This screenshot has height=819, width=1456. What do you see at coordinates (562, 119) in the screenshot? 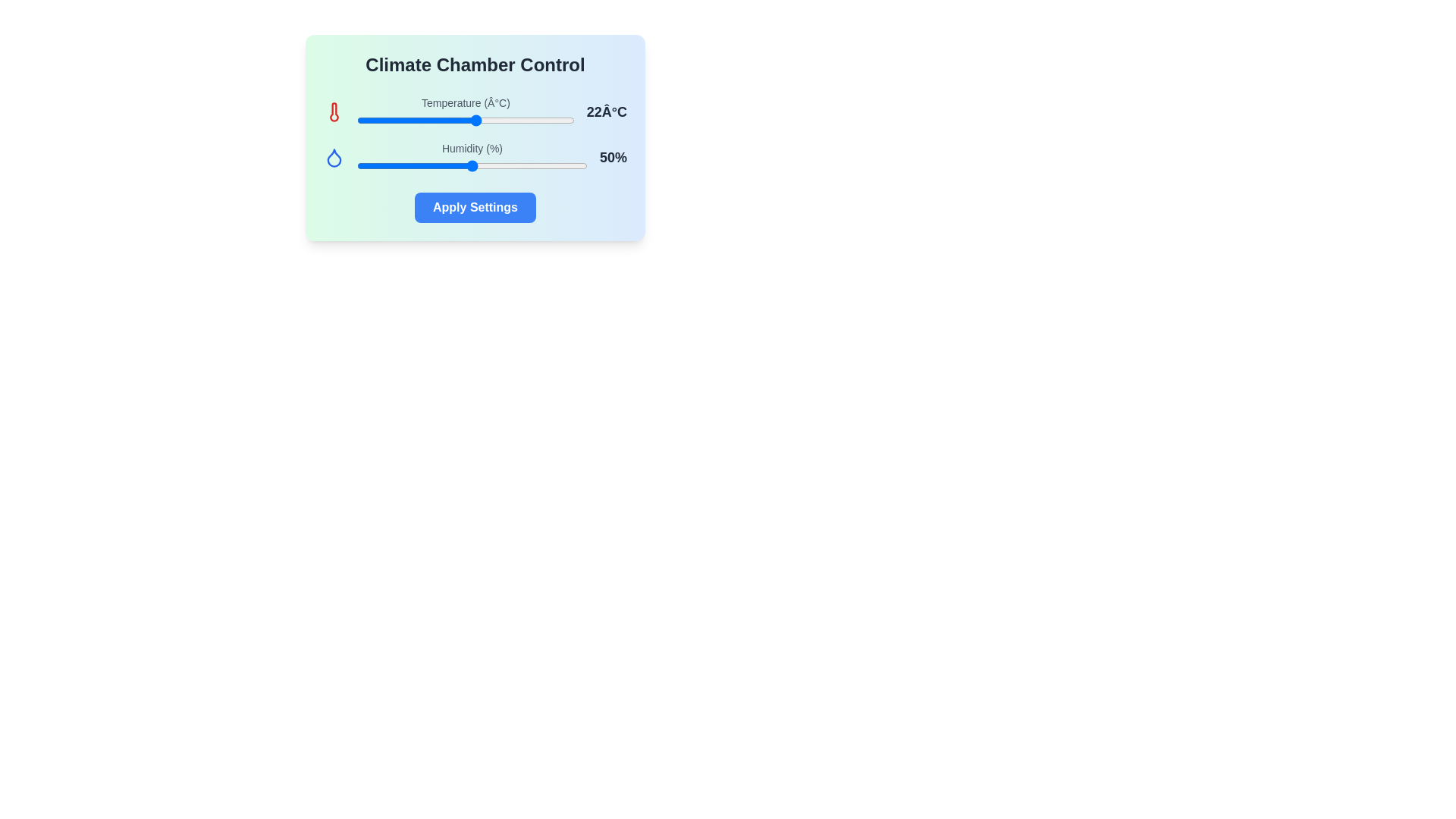
I see `the temperature slider to 38 degrees Celsius` at bounding box center [562, 119].